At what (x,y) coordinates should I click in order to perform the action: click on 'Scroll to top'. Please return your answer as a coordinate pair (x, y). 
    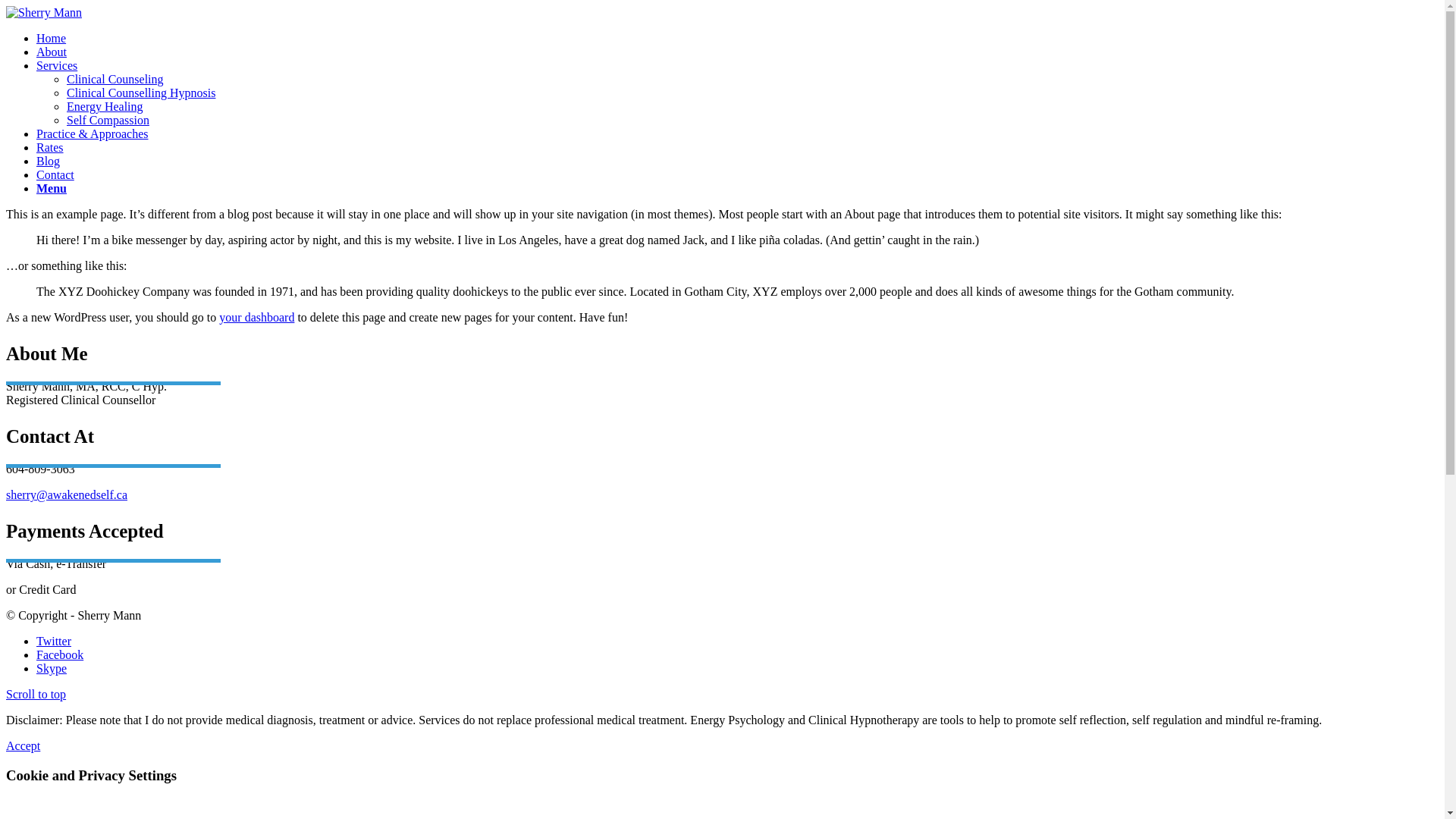
    Looking at the image, I should click on (36, 694).